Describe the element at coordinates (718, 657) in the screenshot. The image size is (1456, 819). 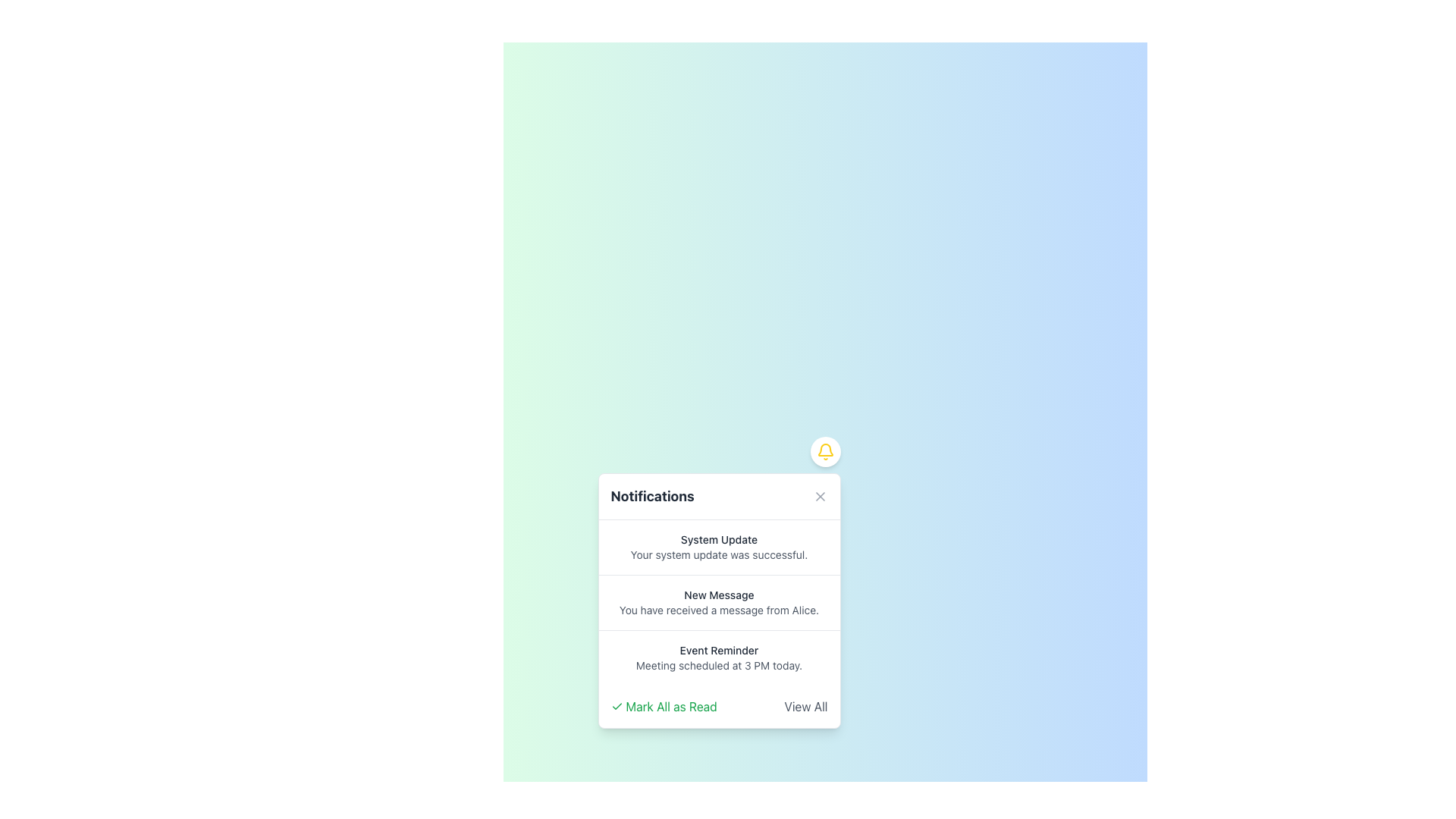
I see `the third notification item in the 'Notifications' section that displays details about an upcoming meeting` at that location.